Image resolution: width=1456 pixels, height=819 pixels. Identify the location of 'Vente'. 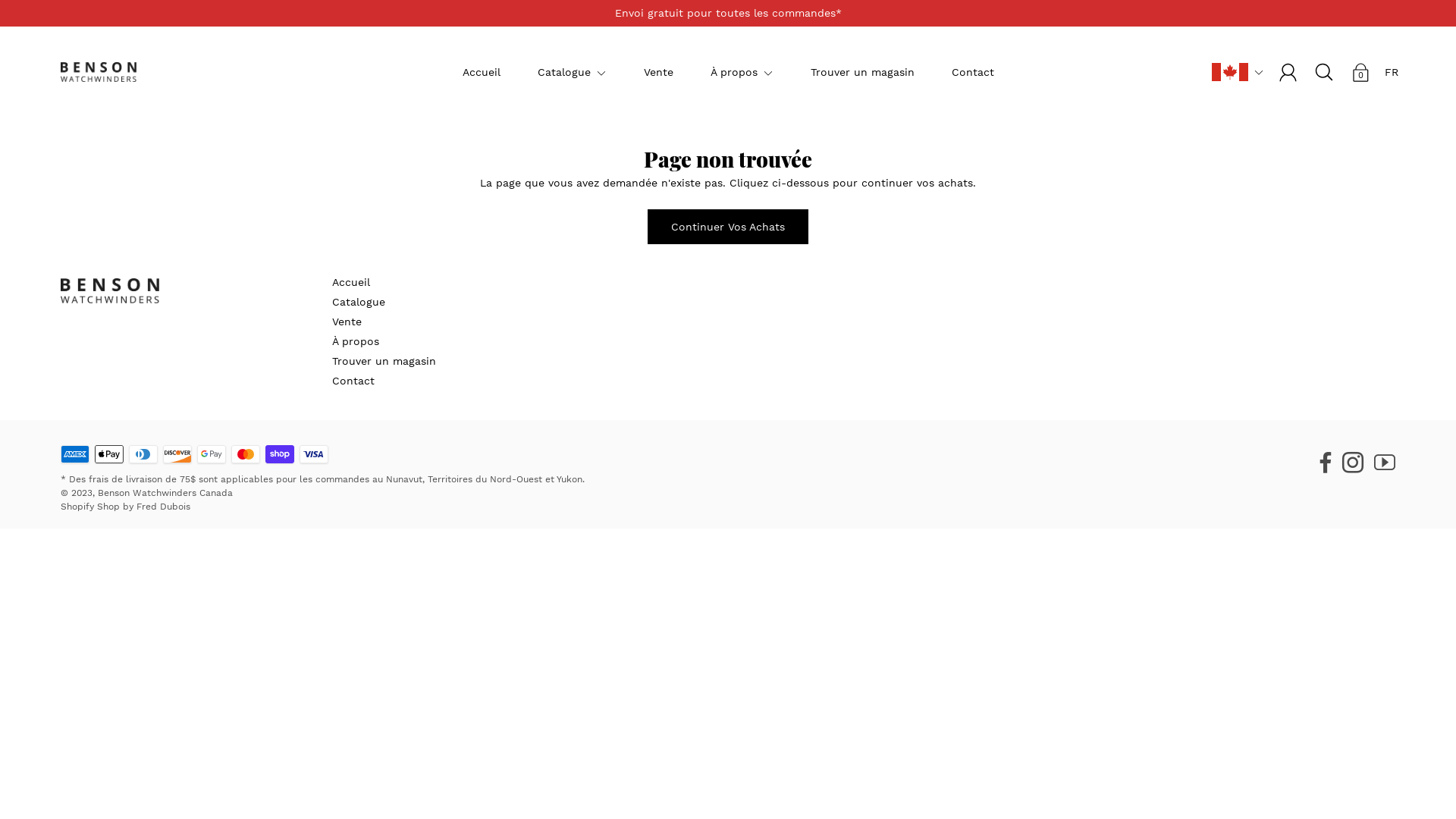
(346, 321).